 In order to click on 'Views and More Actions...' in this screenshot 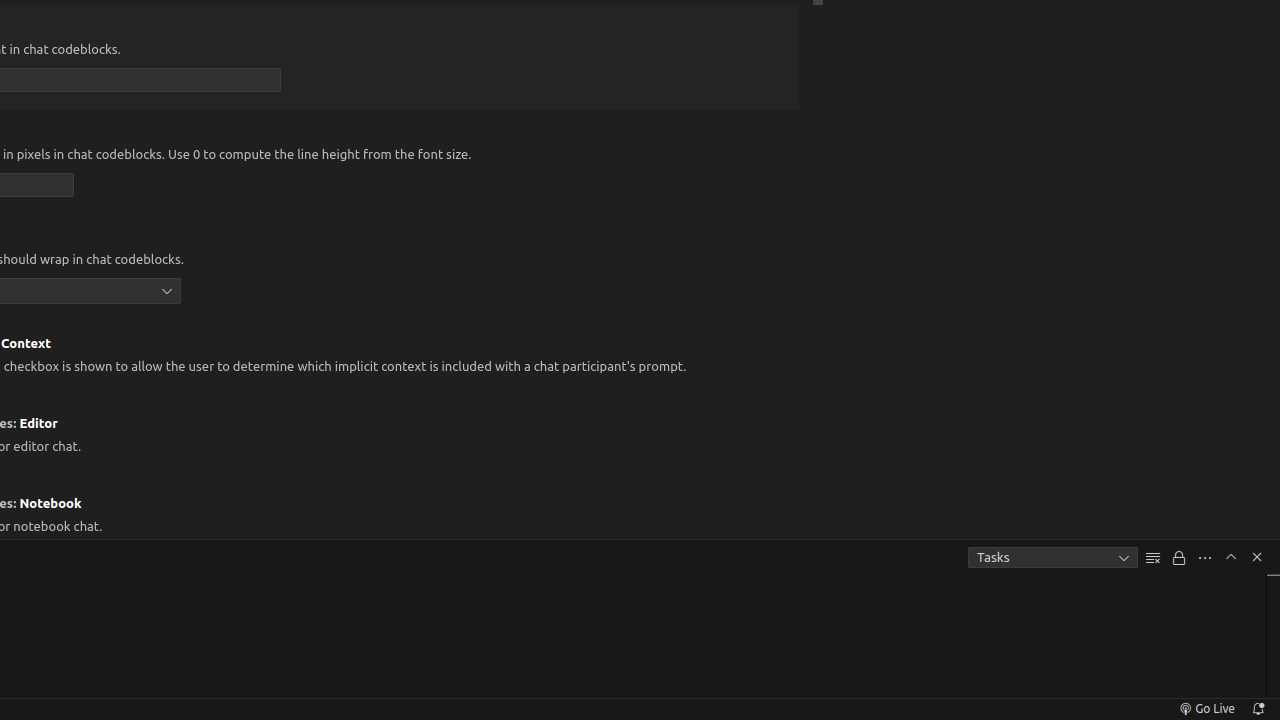, I will do `click(1203, 557)`.